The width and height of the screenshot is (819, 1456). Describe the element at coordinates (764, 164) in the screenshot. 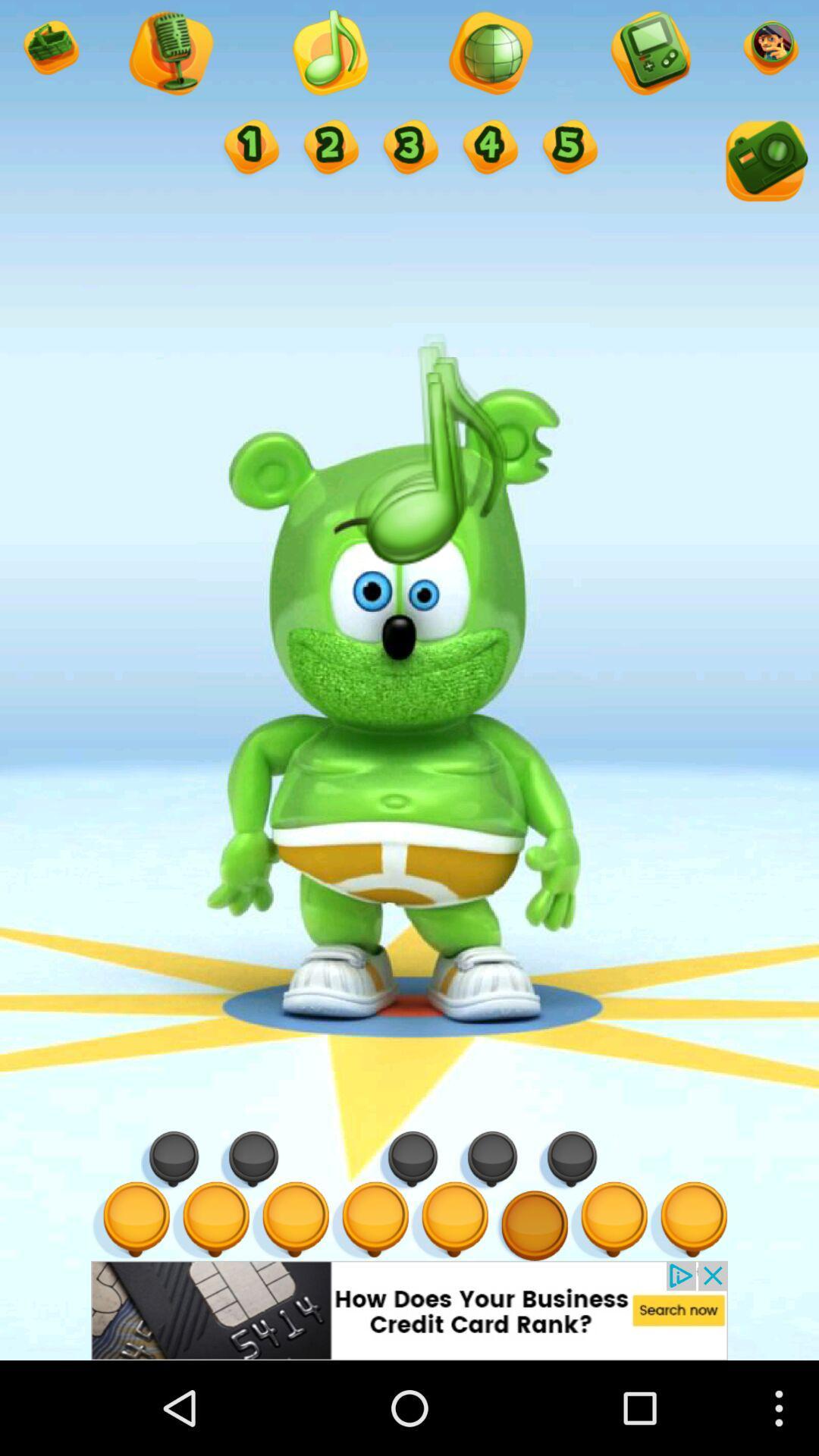

I see `take picure` at that location.